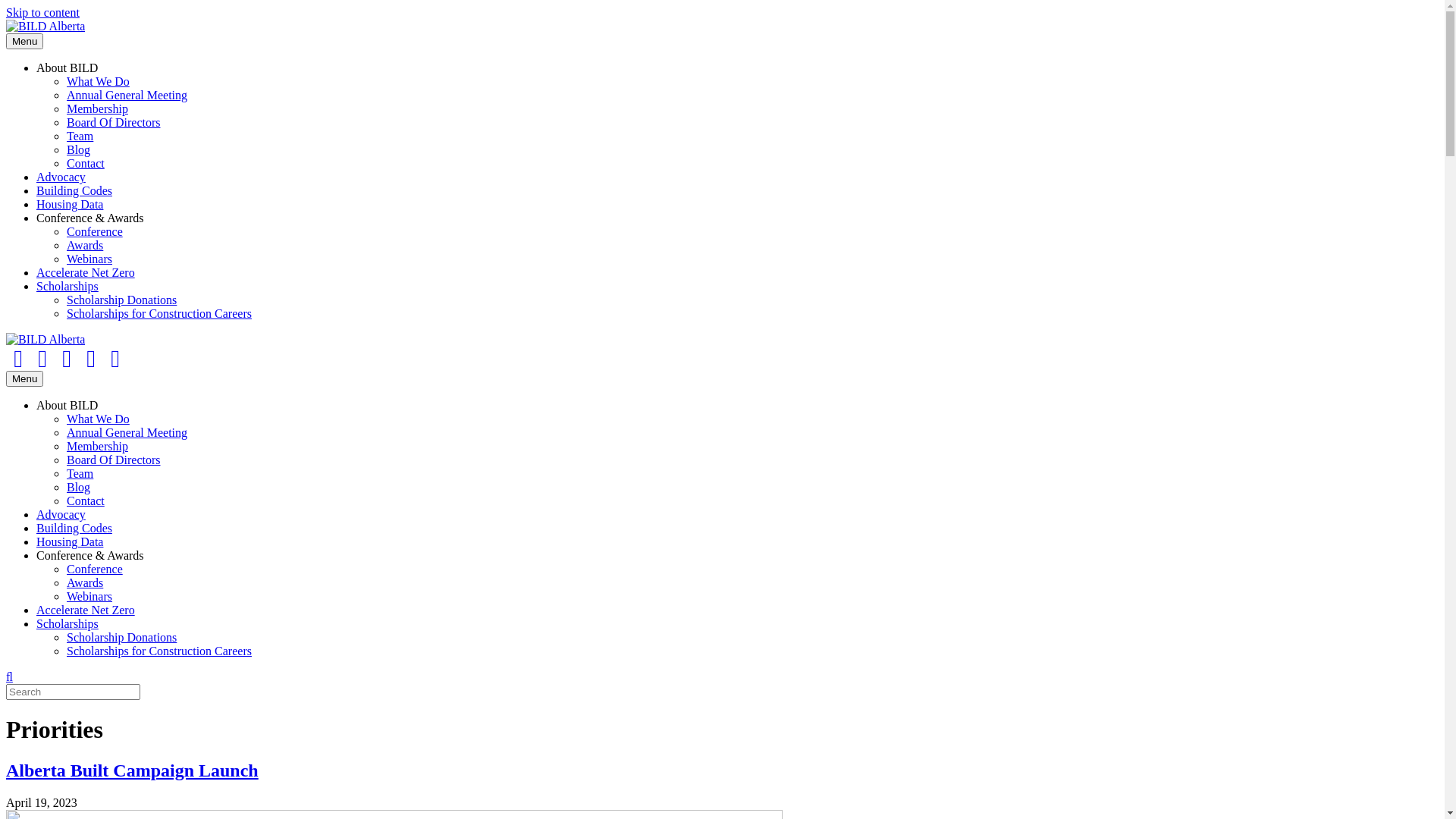 This screenshot has width=1456, height=819. I want to click on 'Instagram', so click(90, 359).